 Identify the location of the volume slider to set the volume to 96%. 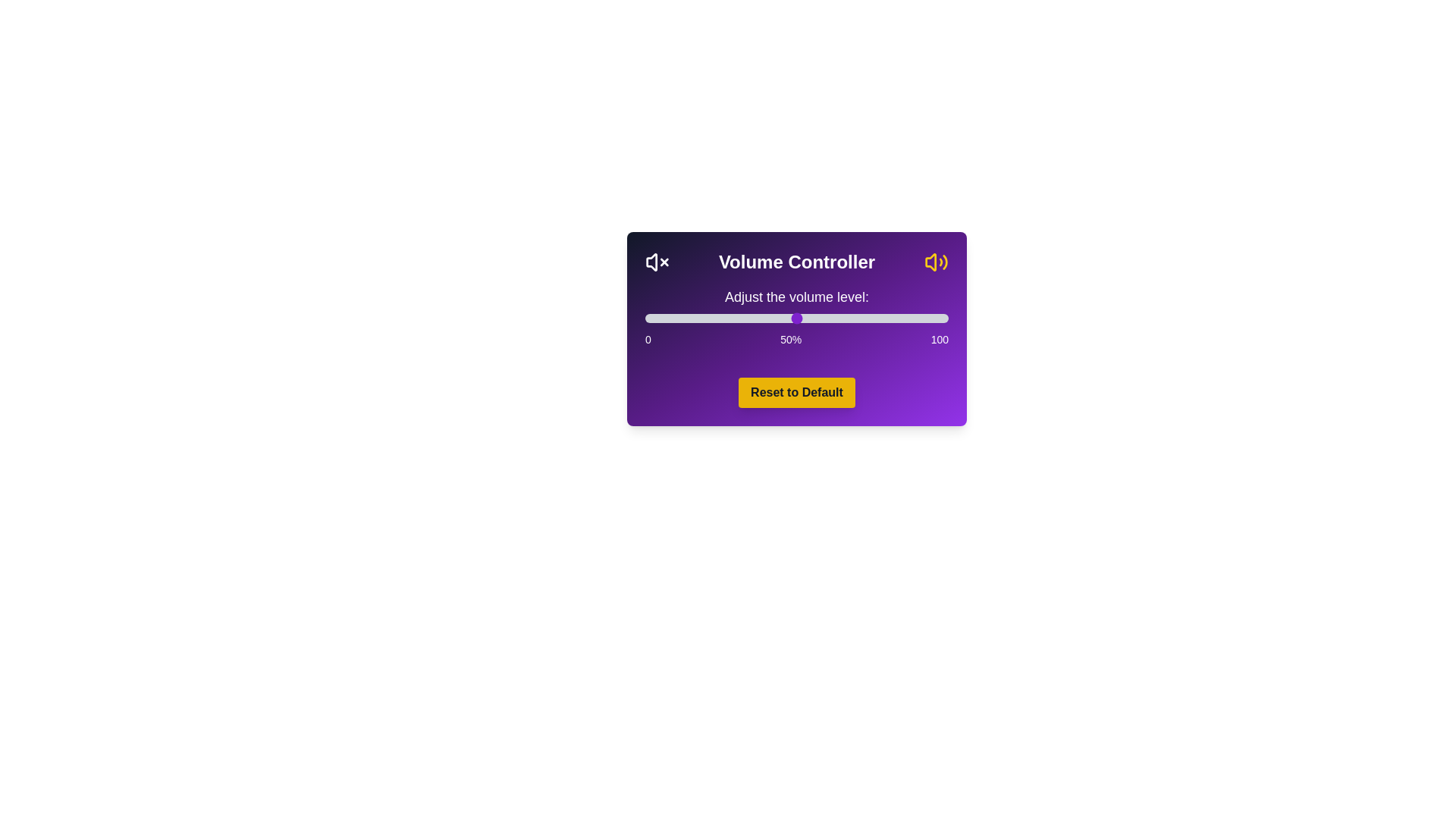
(935, 318).